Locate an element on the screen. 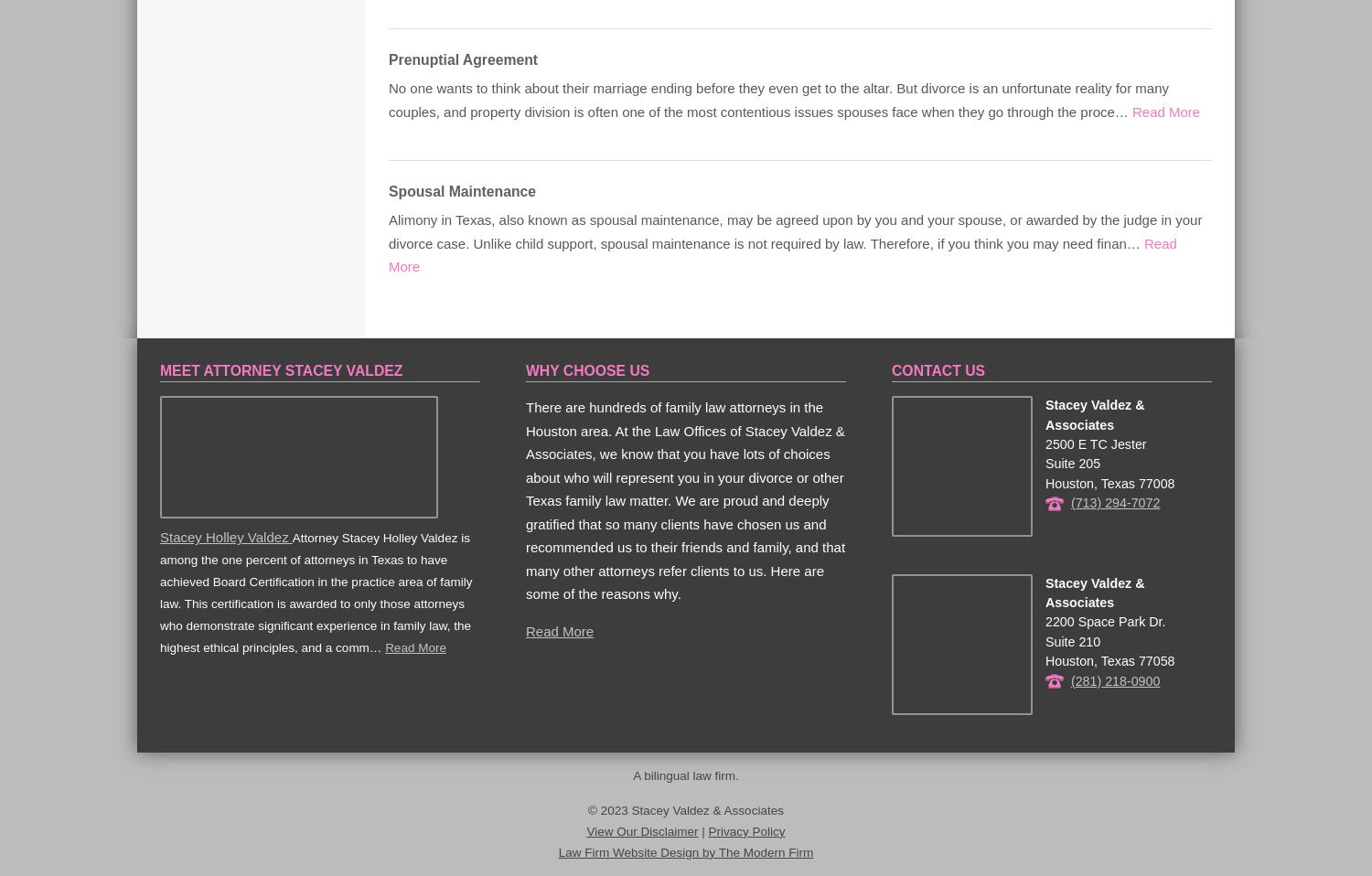 This screenshot has height=876, width=1372. '(713) 294-7072' is located at coordinates (1114, 501).